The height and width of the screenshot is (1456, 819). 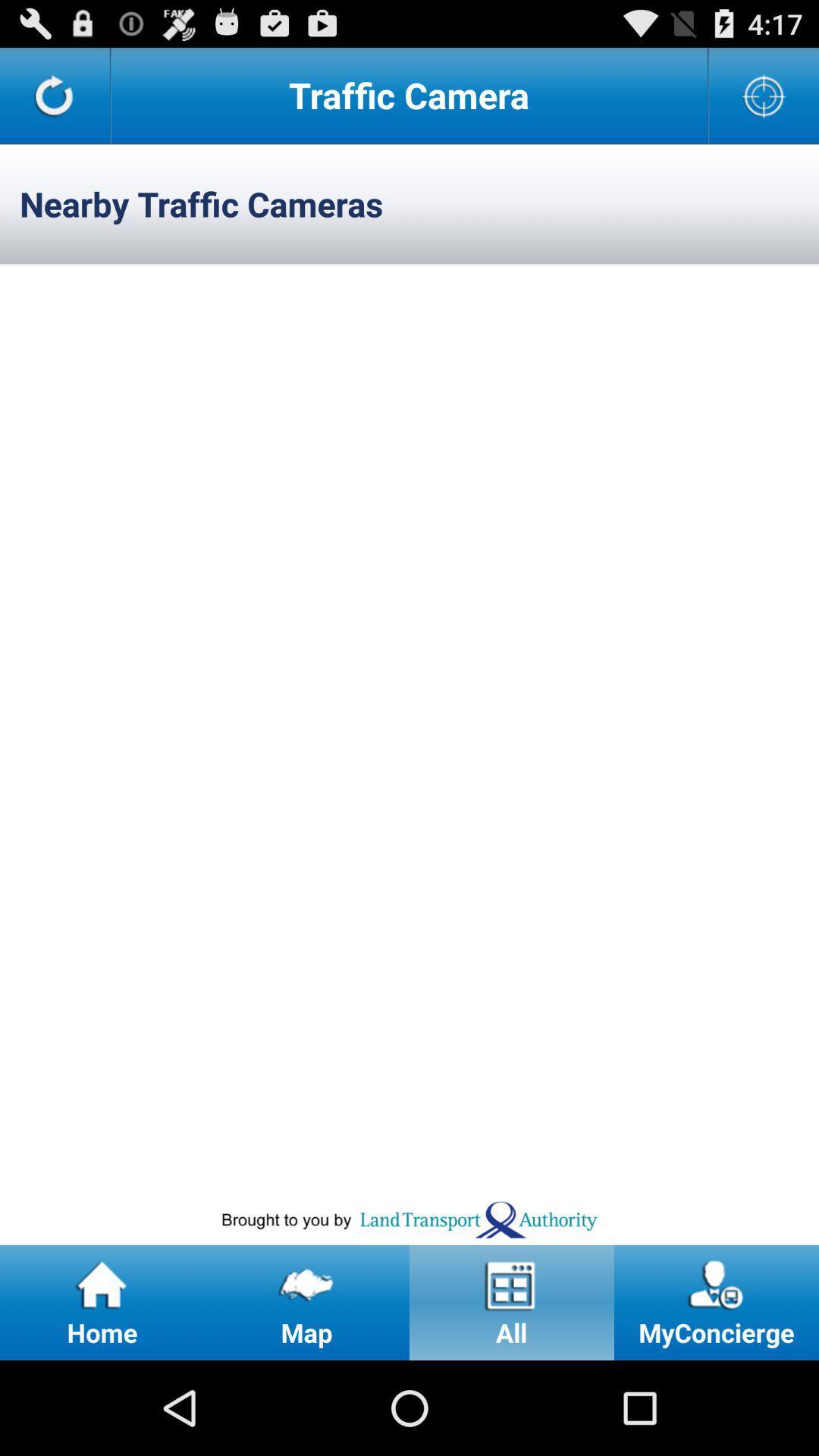 What do you see at coordinates (54, 94) in the screenshot?
I see `repeat` at bounding box center [54, 94].